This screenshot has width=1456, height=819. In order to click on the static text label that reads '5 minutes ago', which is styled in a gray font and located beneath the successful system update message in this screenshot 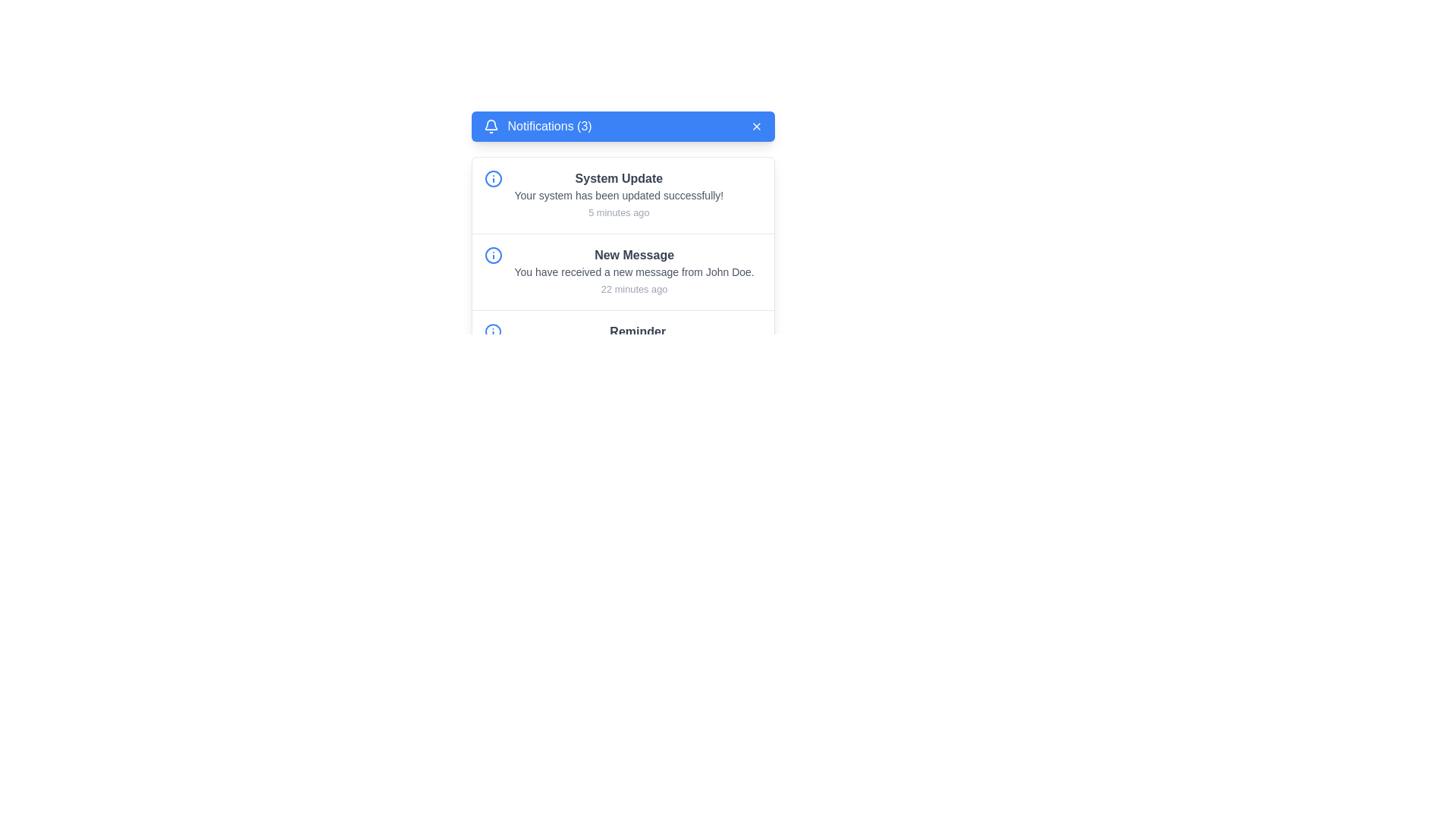, I will do `click(619, 212)`.